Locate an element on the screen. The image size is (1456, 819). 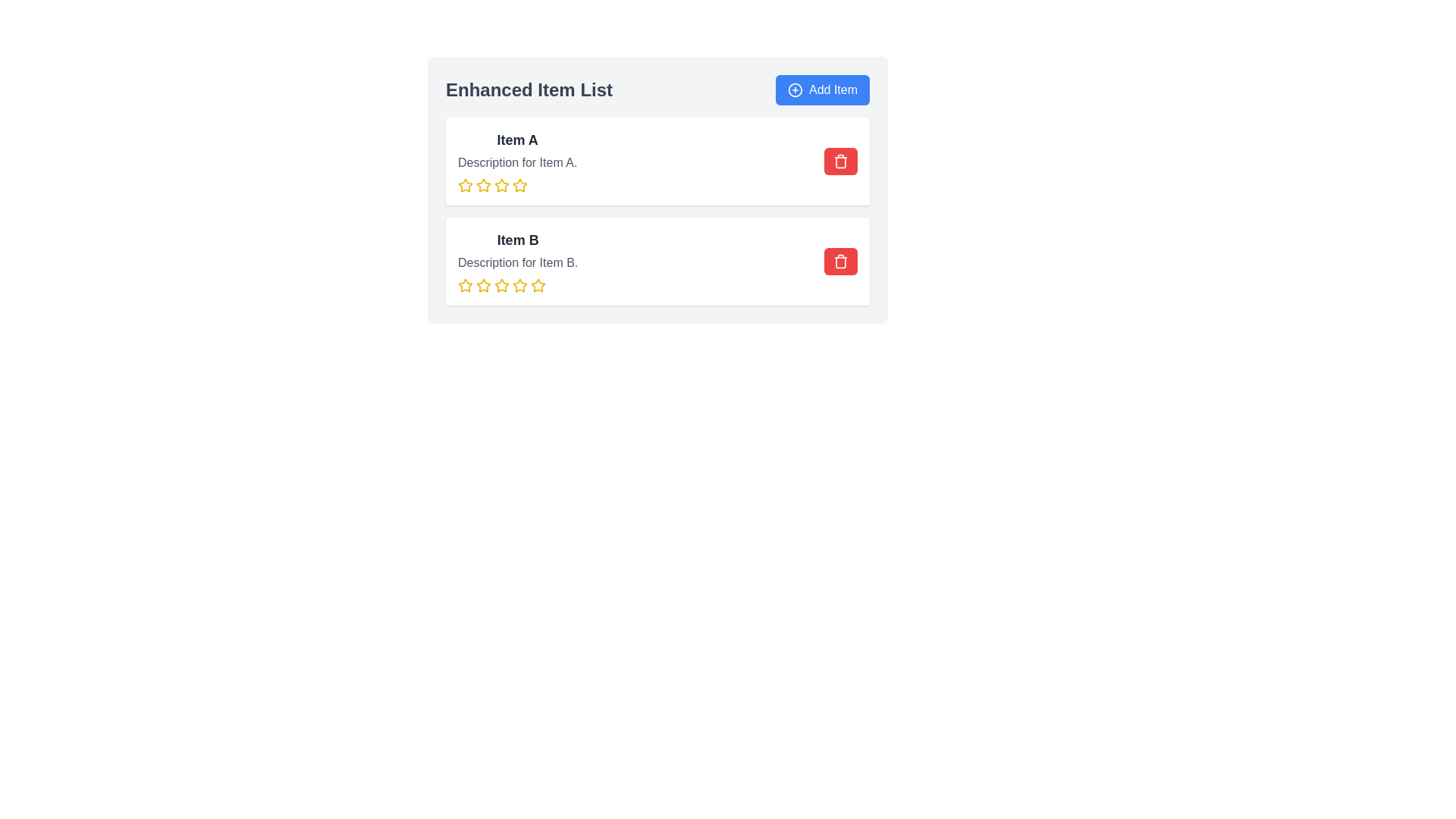
the first star-shaped icon with a yellow outline in the rating system below the 'Item A' description is located at coordinates (465, 185).